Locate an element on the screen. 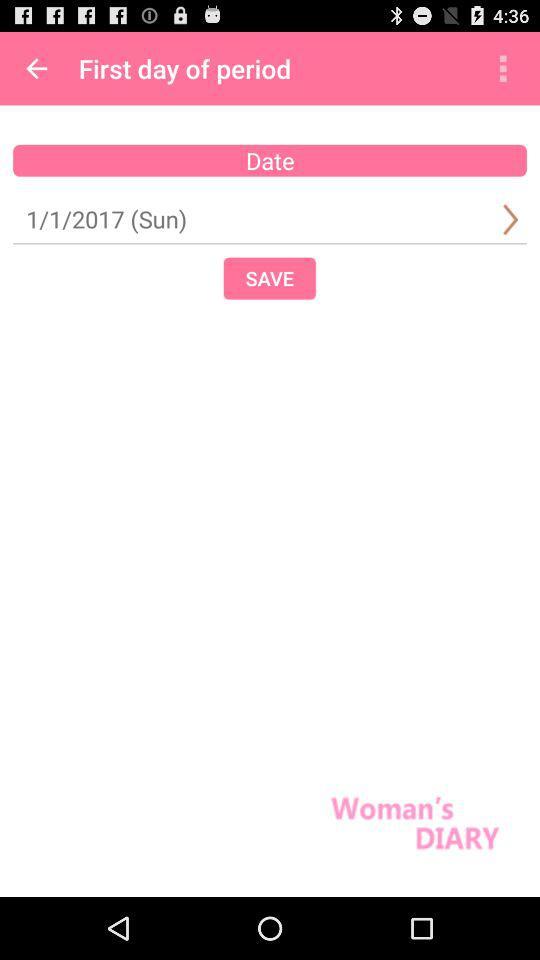  the item next to first day of app is located at coordinates (502, 68).